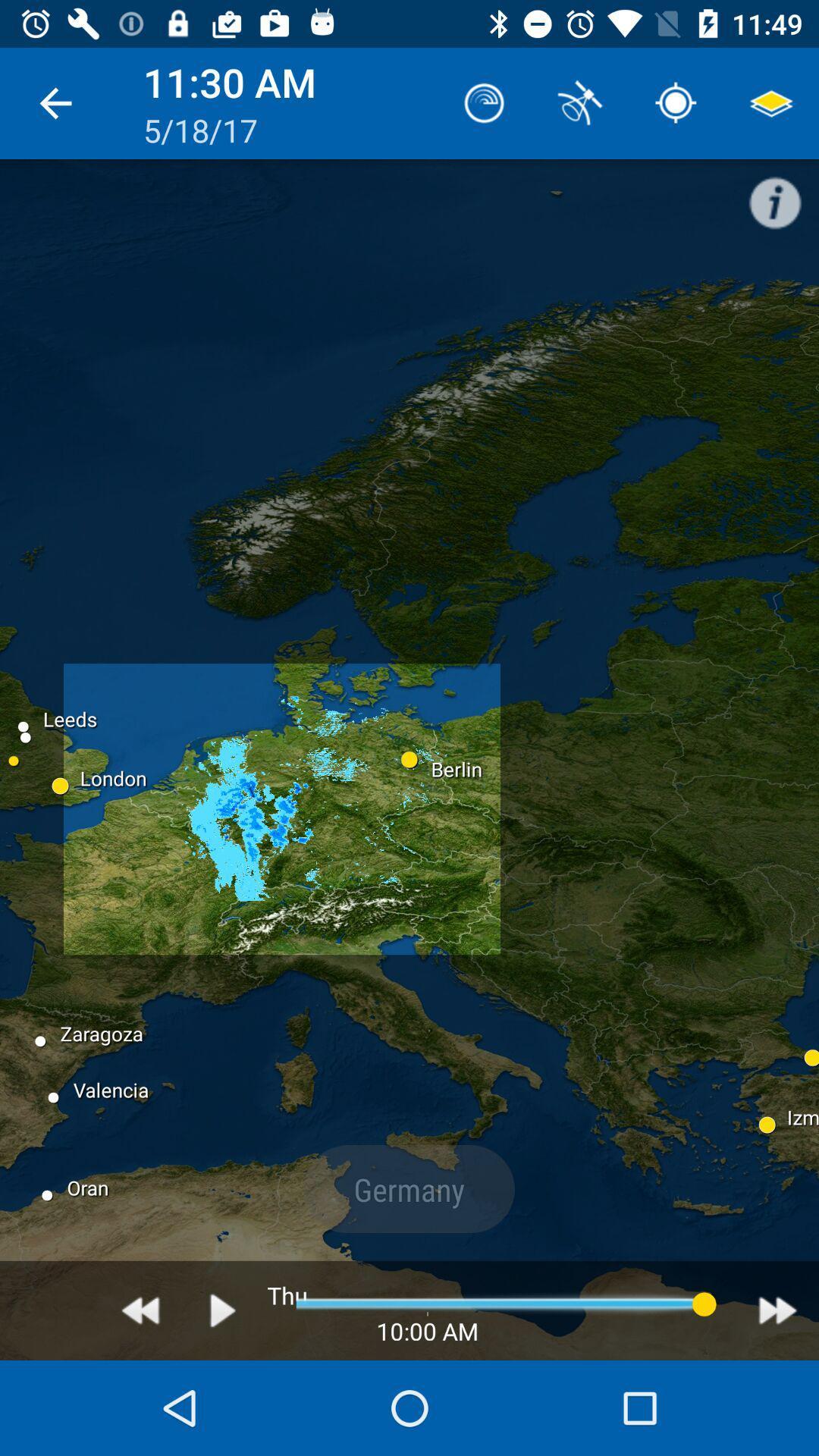  I want to click on fast forward time, so click(777, 1310).